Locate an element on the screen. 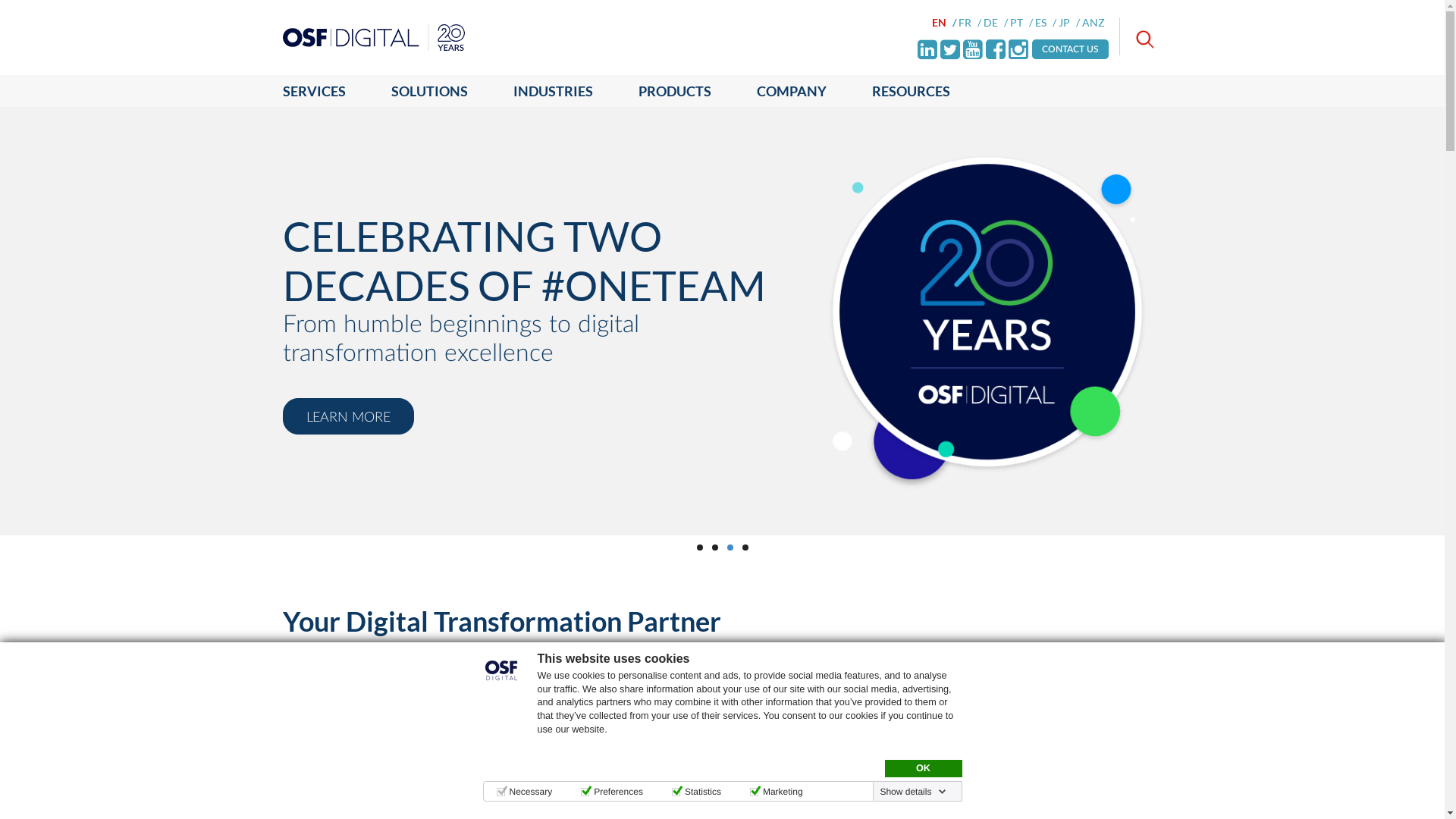  'SOLUTIONS' is located at coordinates (428, 90).